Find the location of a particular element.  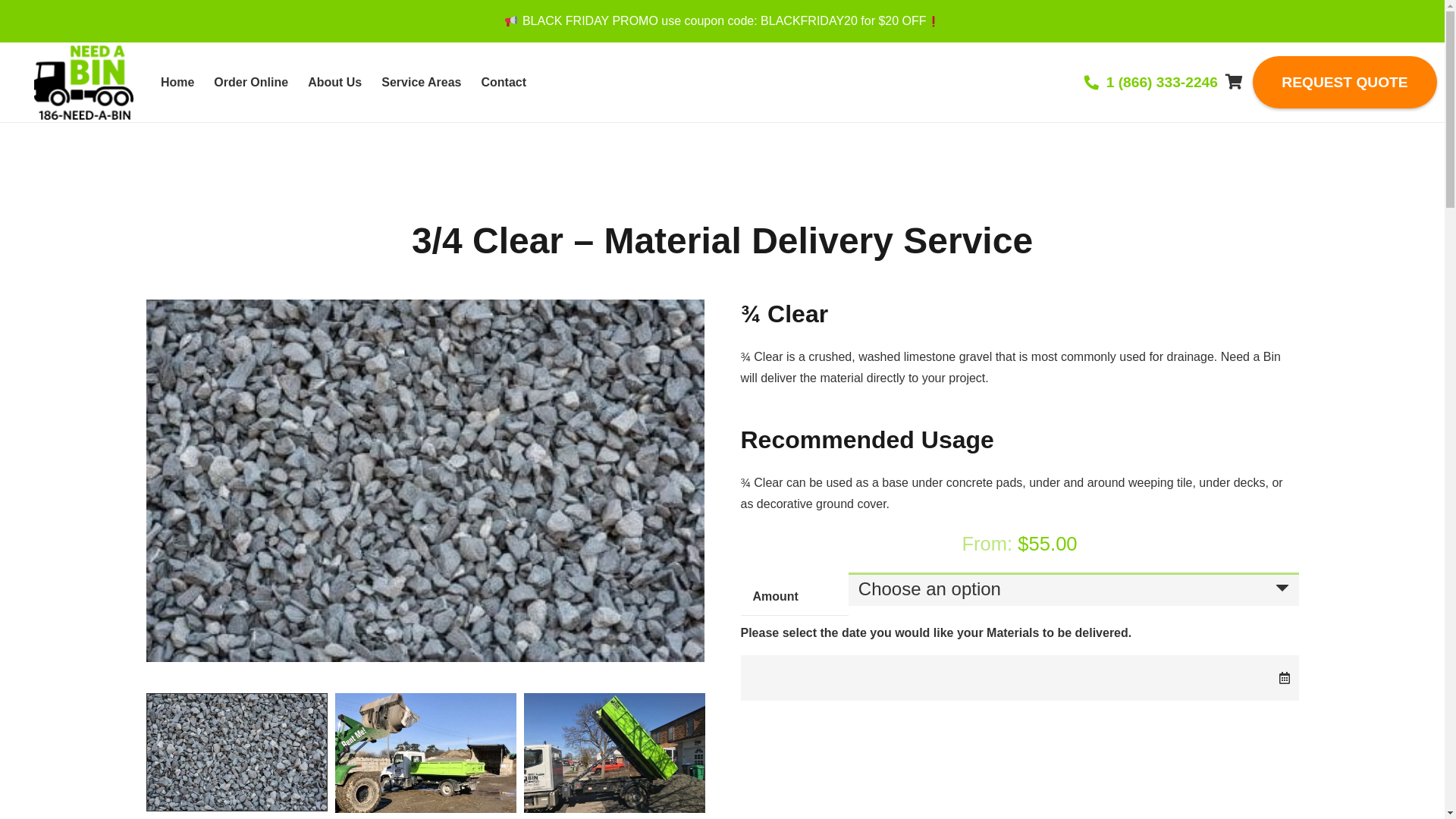

'Order Online' is located at coordinates (251, 82).